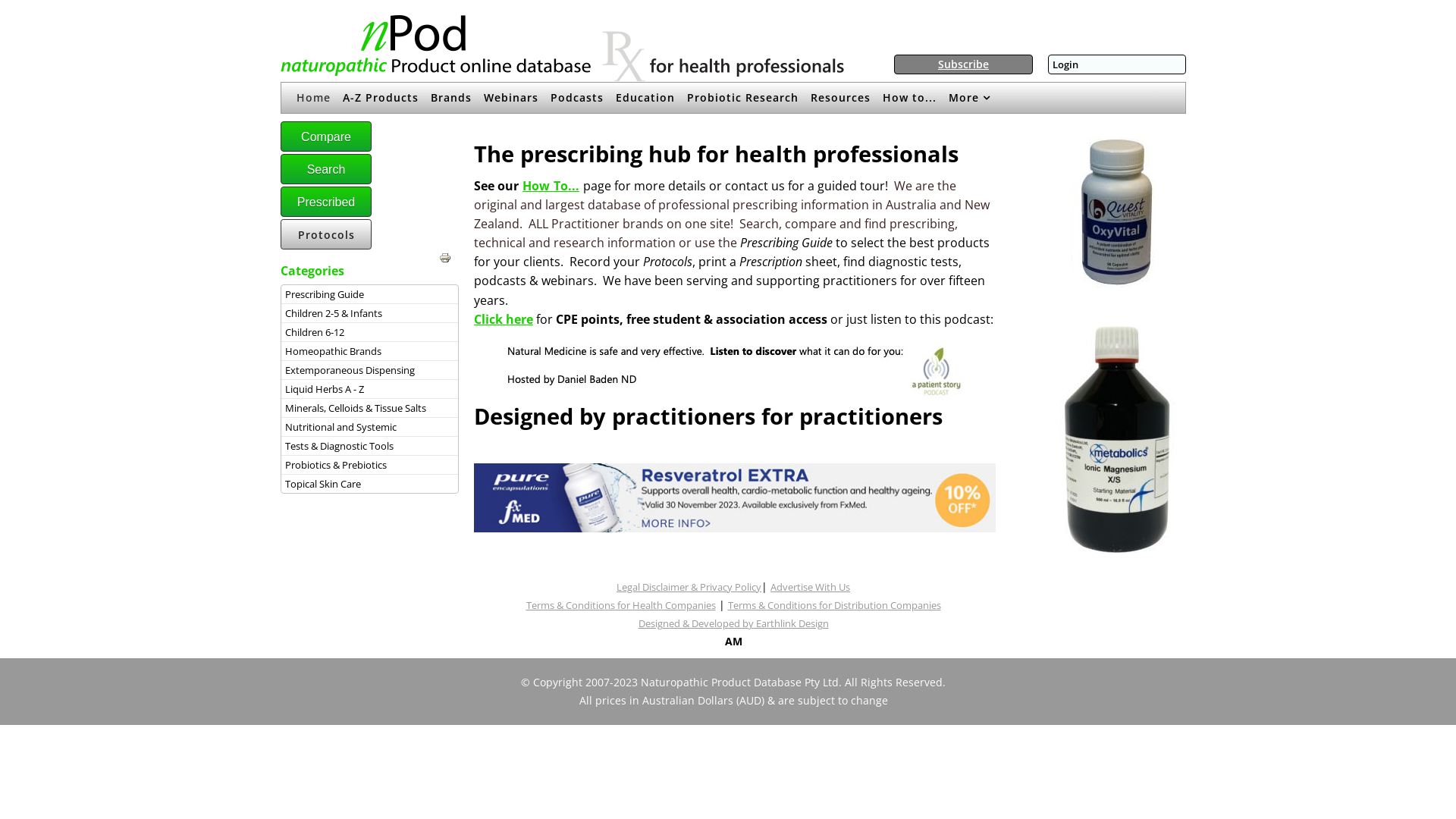 The height and width of the screenshot is (819, 1456). I want to click on 'Terms & Conditions for Distribution Companies', so click(833, 604).